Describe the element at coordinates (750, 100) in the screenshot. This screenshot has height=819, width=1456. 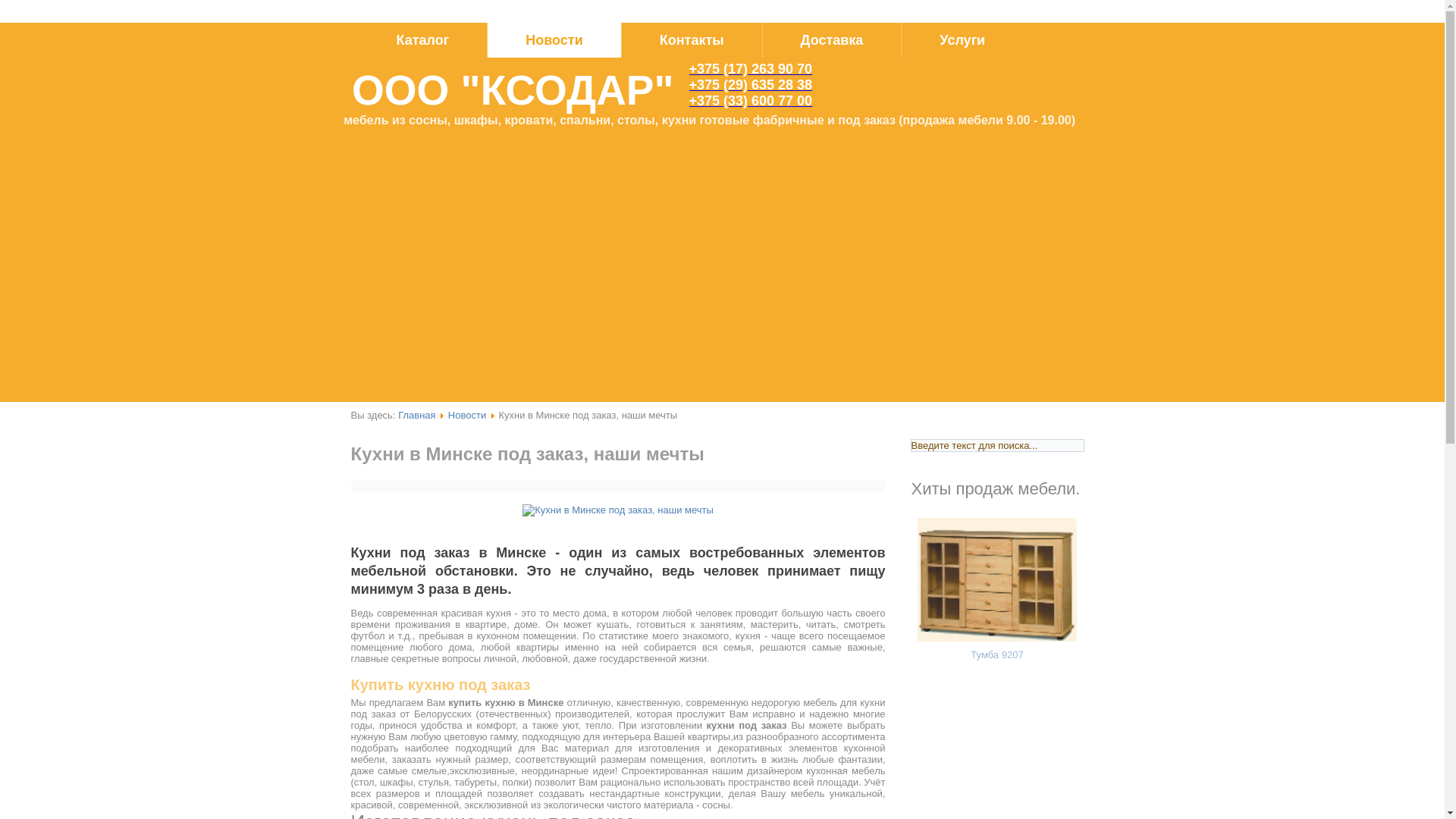
I see `'+375 (33) 600 77 00'` at that location.